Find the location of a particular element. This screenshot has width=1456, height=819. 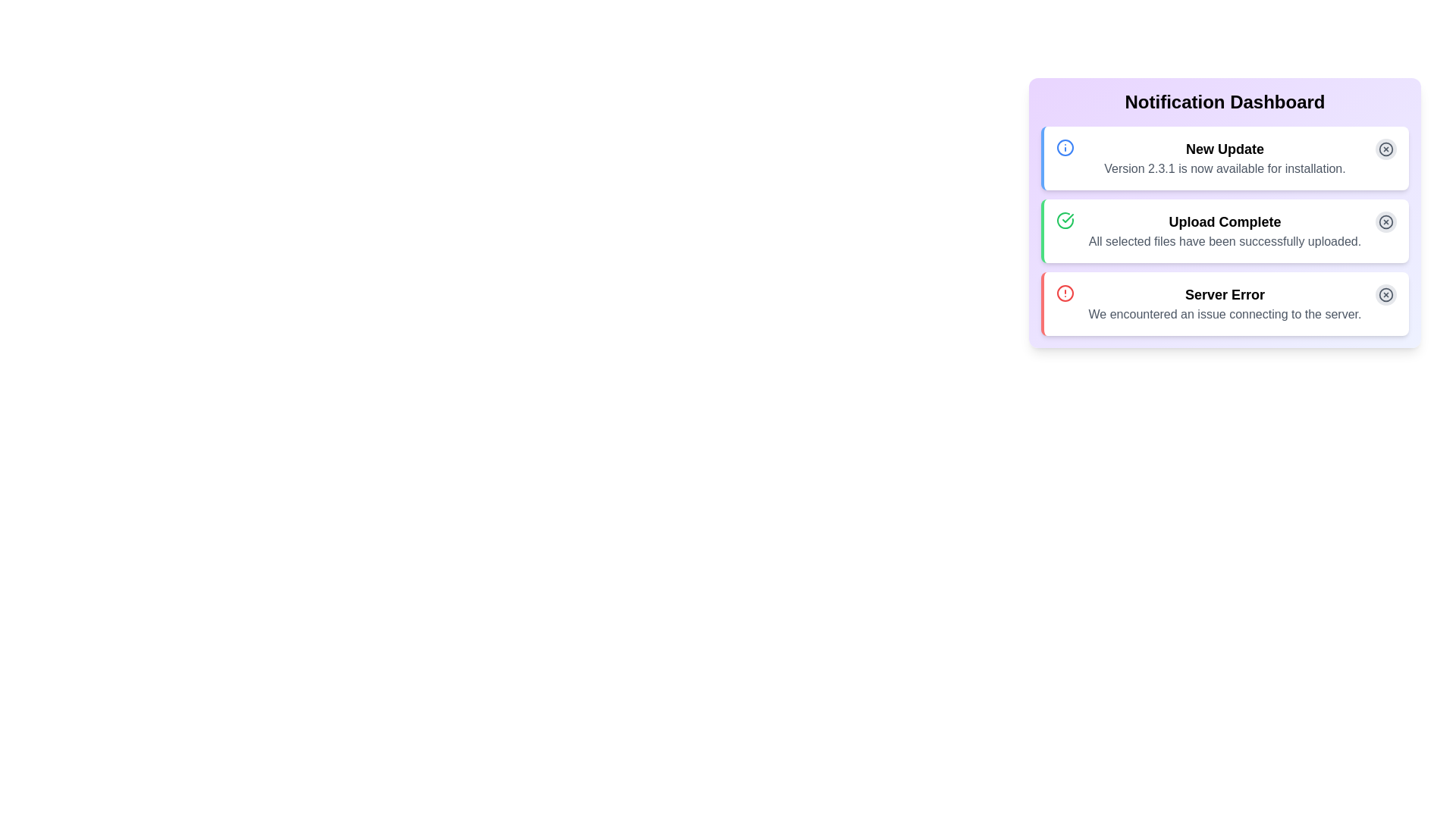

on the text label that serves as the title for the notification, positioned at the top of the notification dashboard layout is located at coordinates (1225, 149).